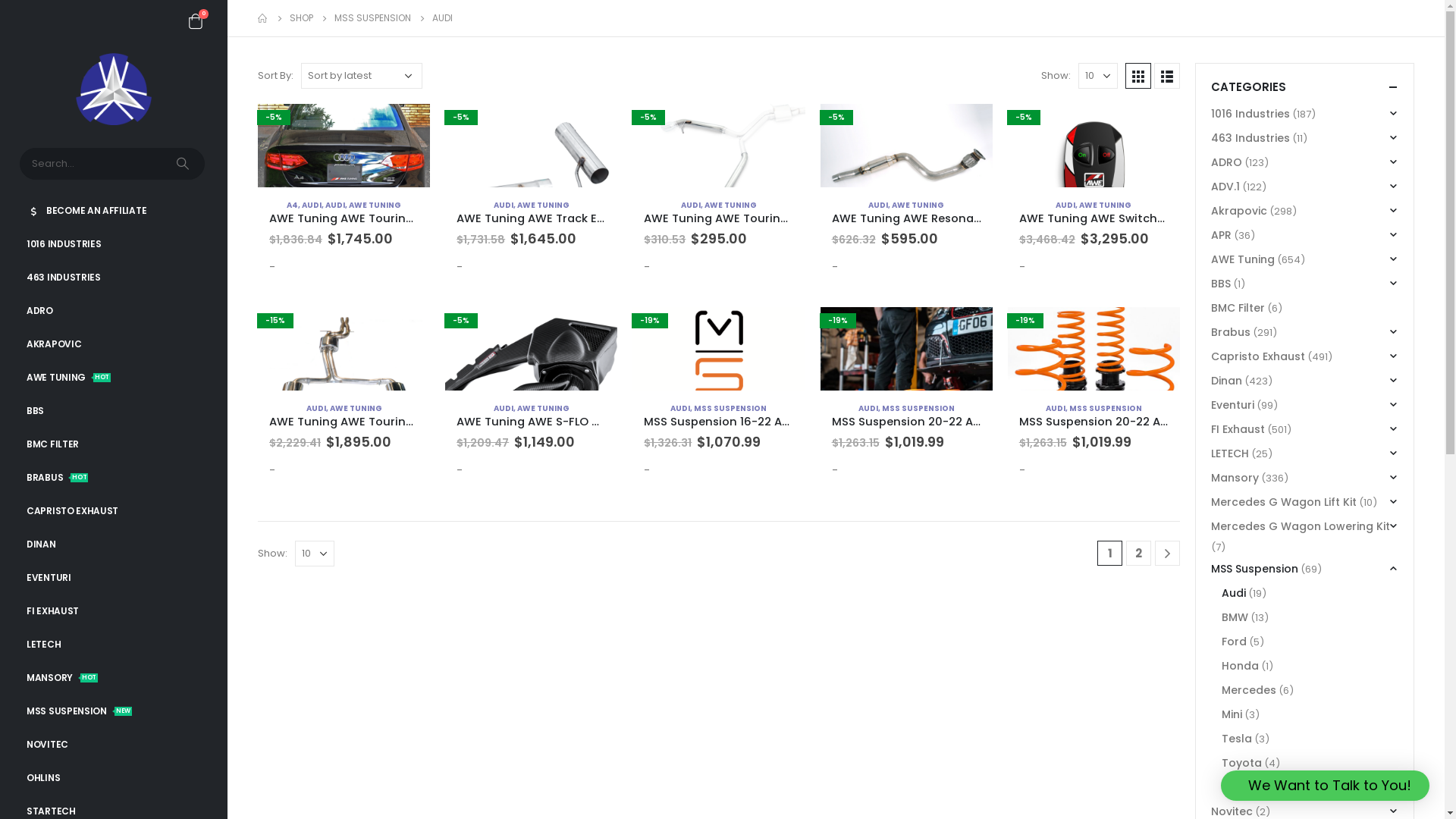  What do you see at coordinates (112, 610) in the screenshot?
I see `'FI EXHAUST'` at bounding box center [112, 610].